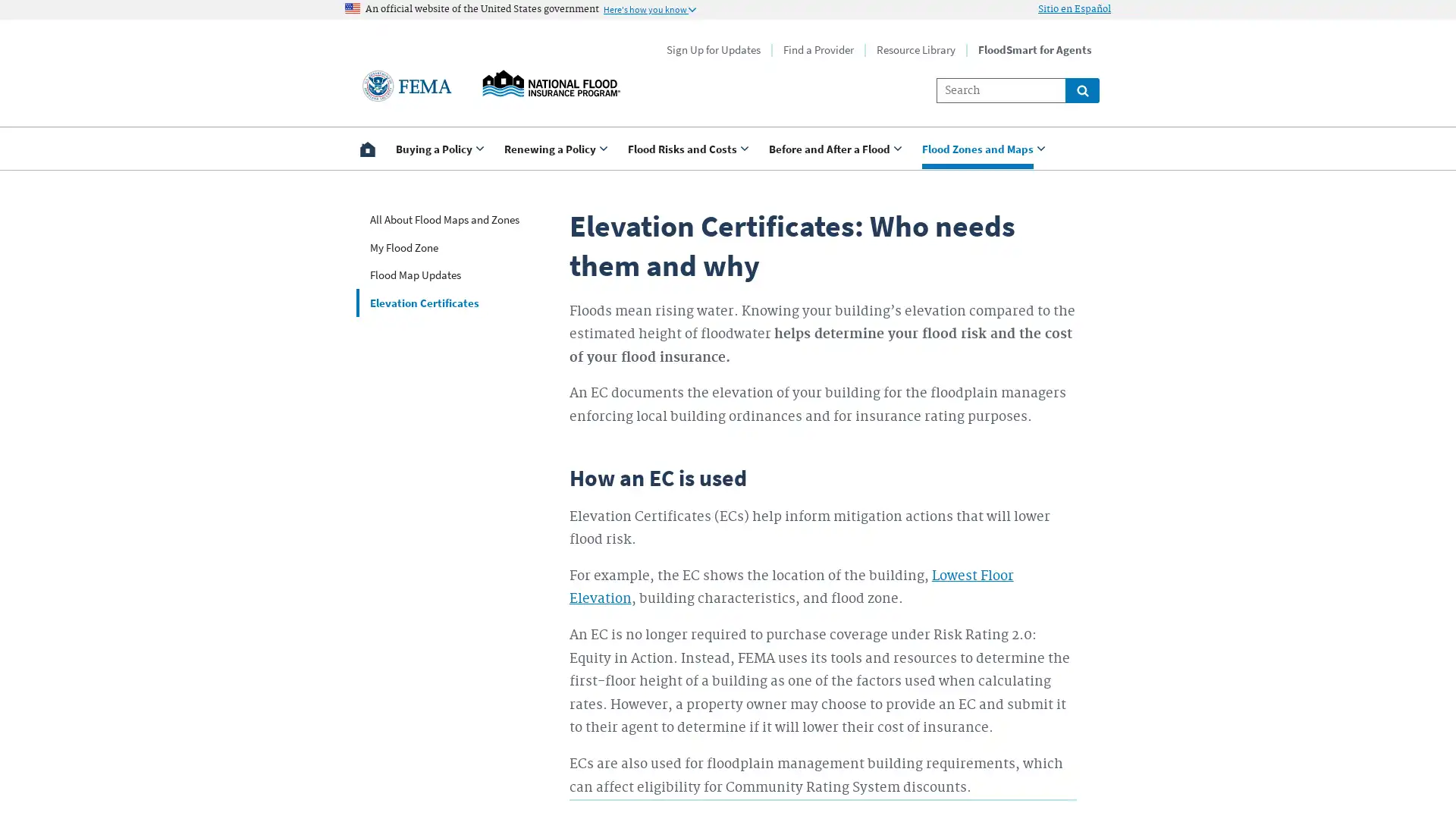  I want to click on Use <enter> and shift + <enter> to open and close the drop down to sub-menus, so click(836, 148).